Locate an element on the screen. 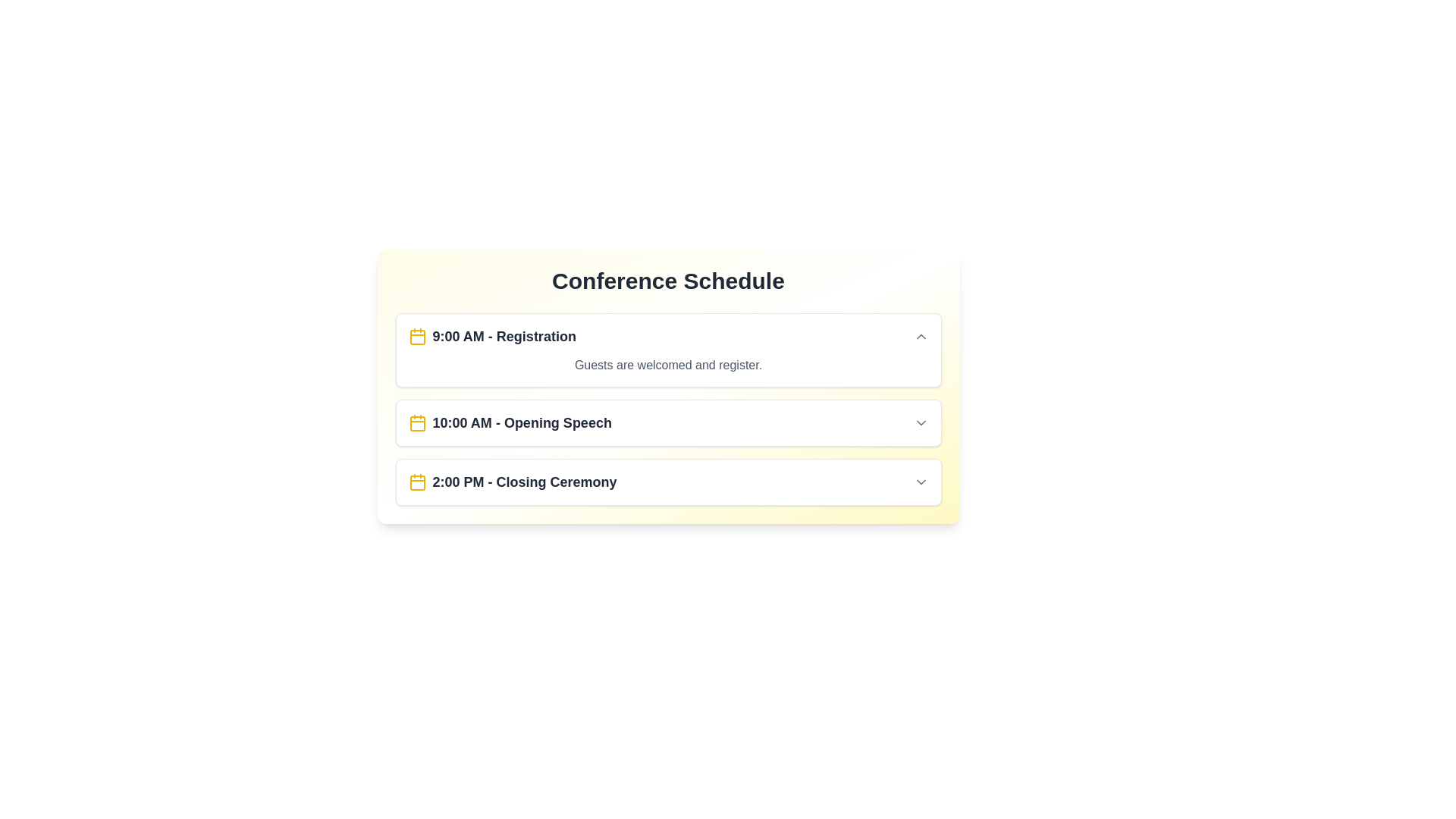  the Text and Icon Label that provides specific scheduling information within the 'Conference Schedule', located between '9:00 AM - Registration' and '2:00 PM - Closing Ceremony' is located at coordinates (510, 423).